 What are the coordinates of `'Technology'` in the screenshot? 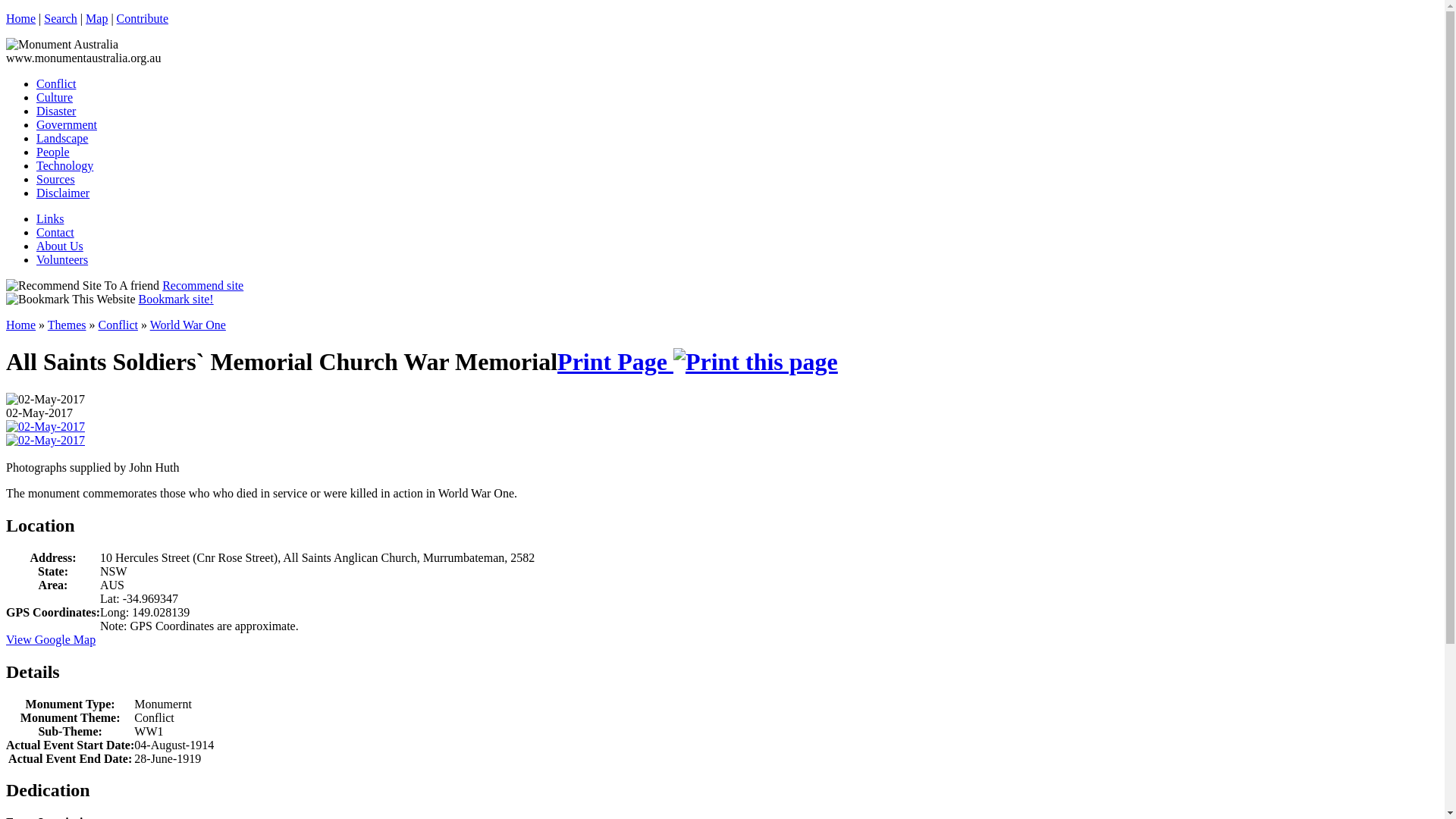 It's located at (64, 165).